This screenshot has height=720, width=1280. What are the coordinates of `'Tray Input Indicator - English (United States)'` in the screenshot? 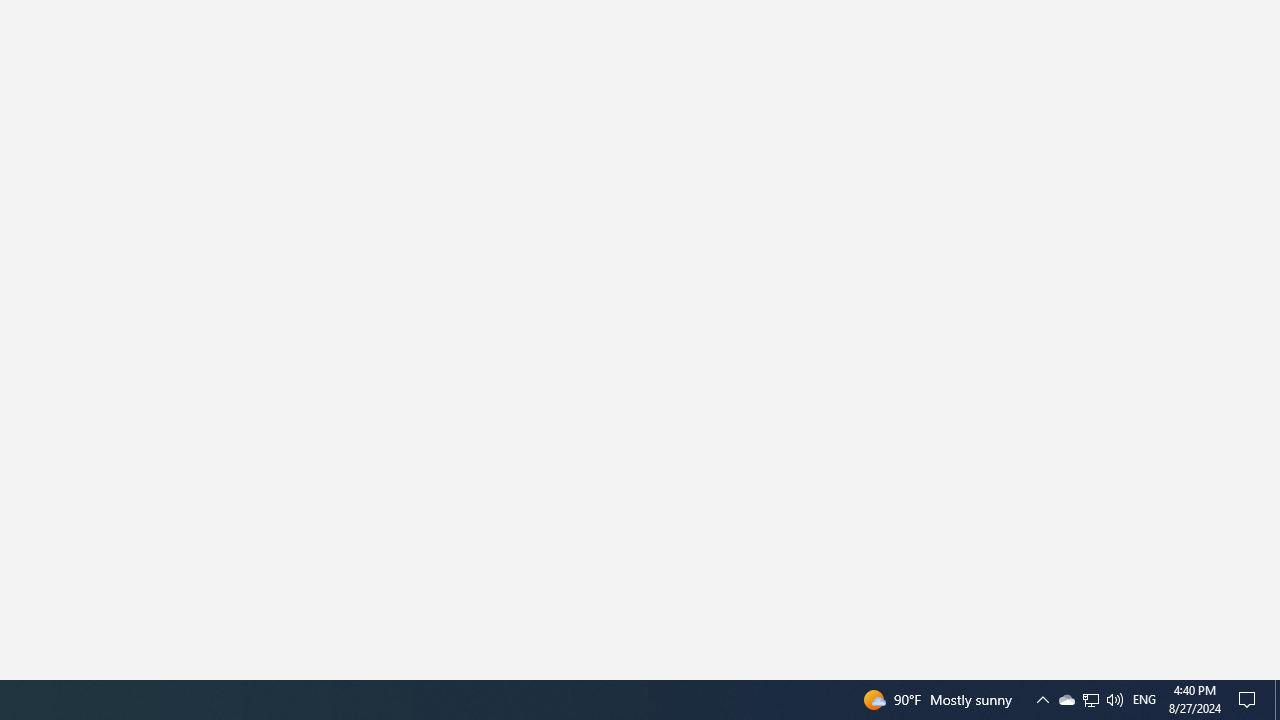 It's located at (1113, 698).